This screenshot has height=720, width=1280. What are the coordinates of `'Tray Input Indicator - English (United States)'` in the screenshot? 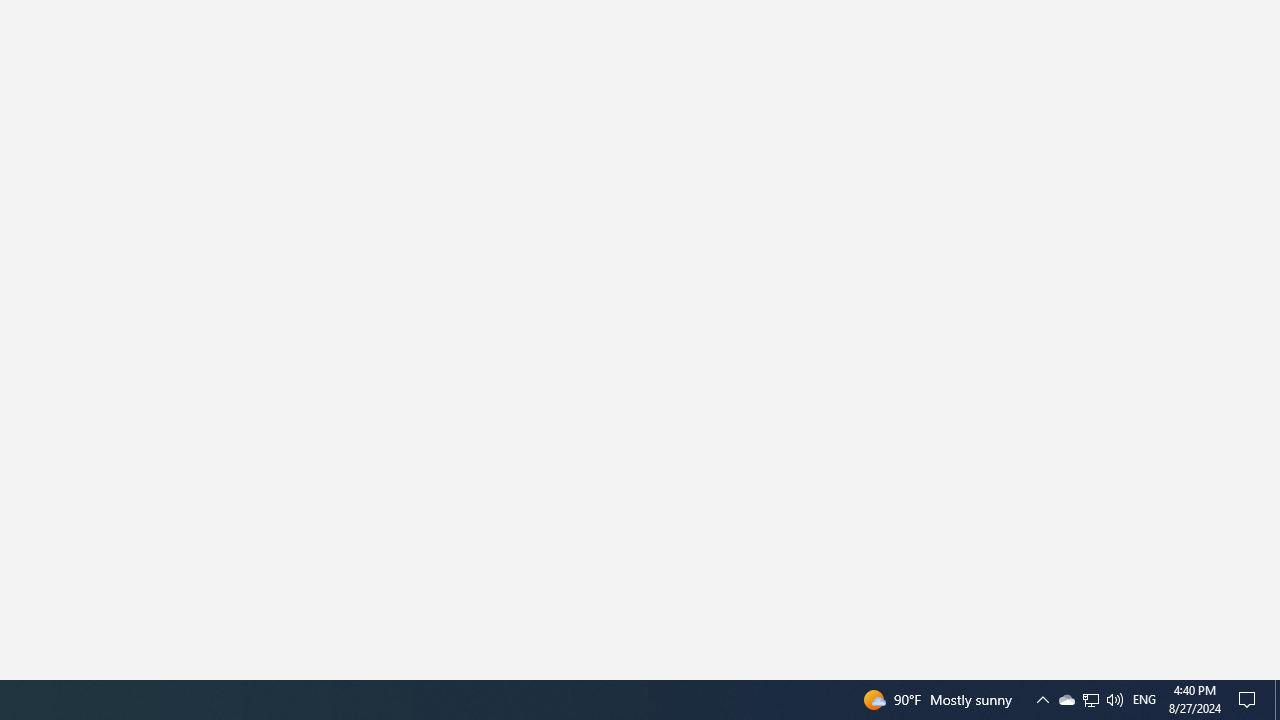 It's located at (1113, 698).